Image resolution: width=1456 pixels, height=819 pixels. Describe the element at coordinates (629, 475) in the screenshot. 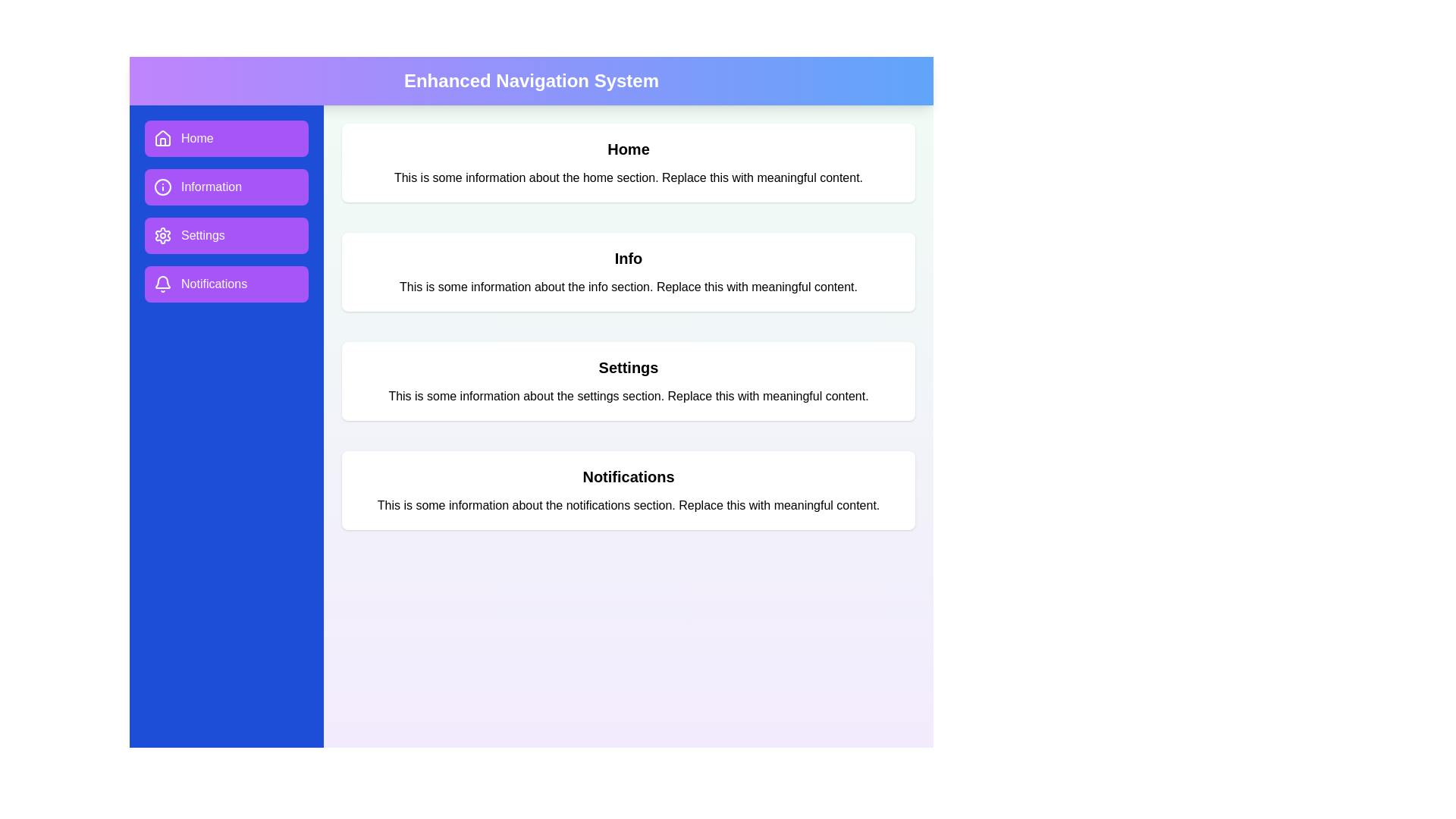

I see `the 'Notifications' header label, which is bold, capitalized, and larger than surrounding text, located centrally at the top of the Notifications section` at that location.